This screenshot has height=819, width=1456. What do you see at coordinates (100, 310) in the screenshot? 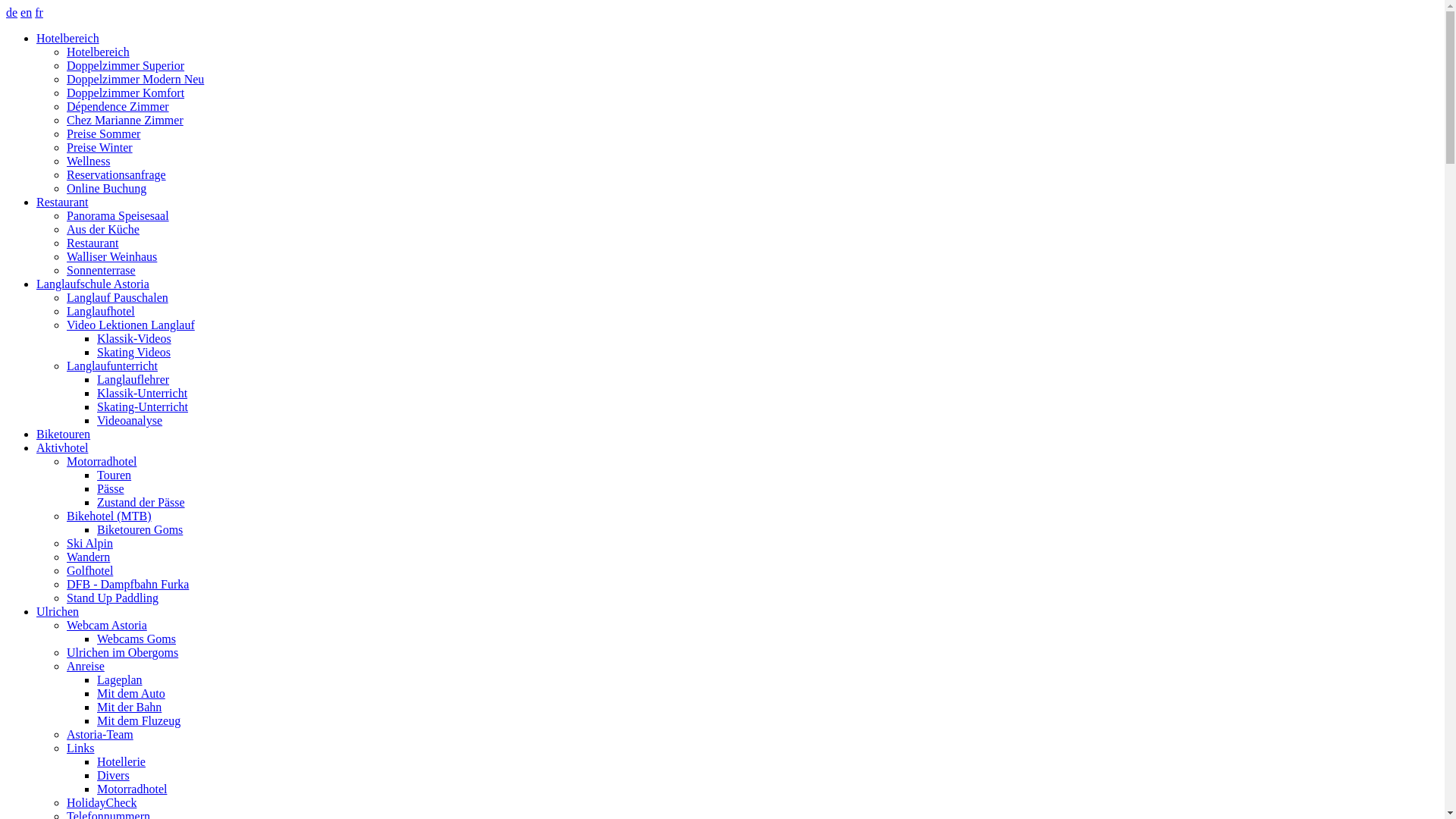
I see `'Langlaufhotel'` at bounding box center [100, 310].